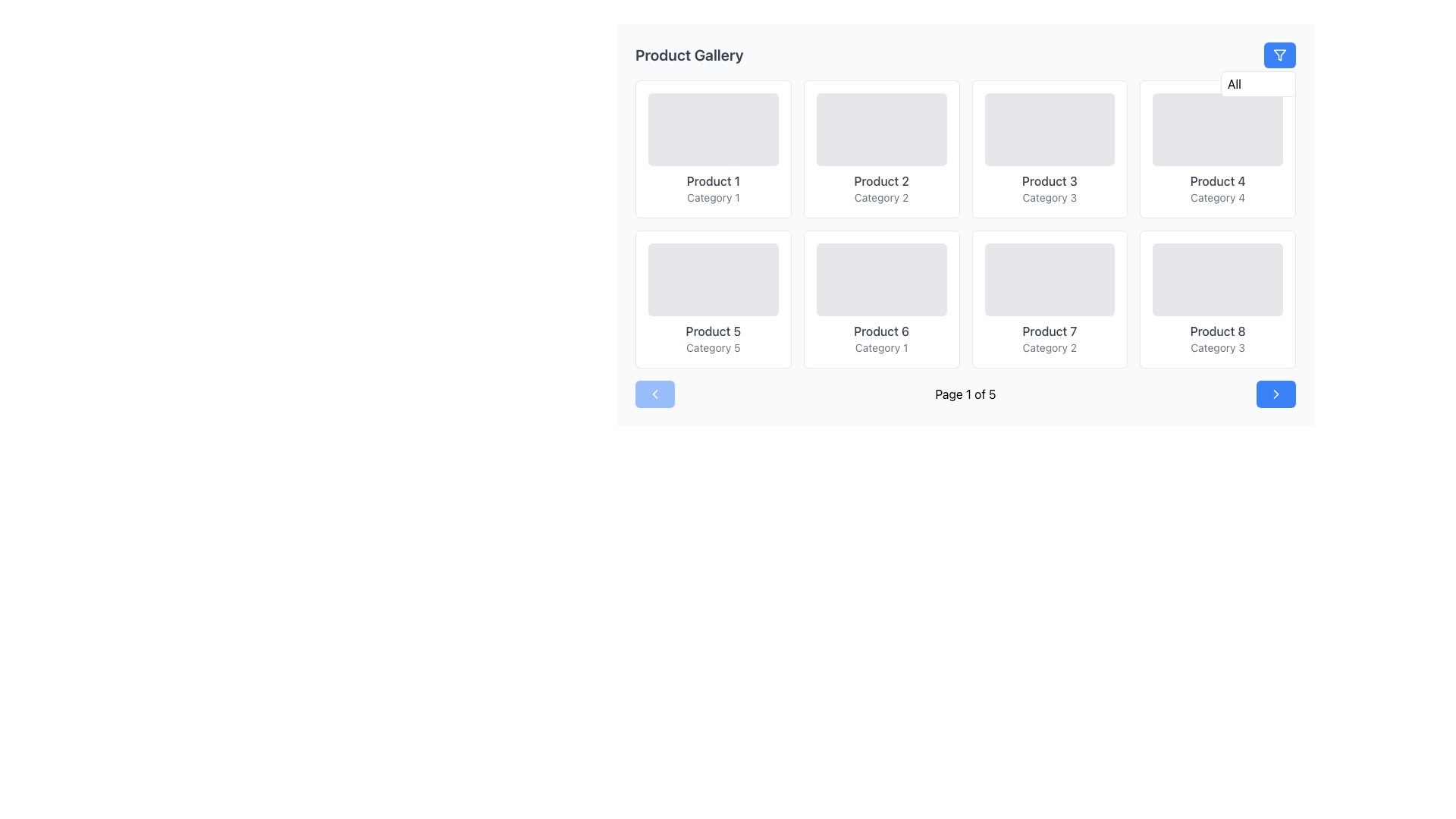  Describe the element at coordinates (1218, 330) in the screenshot. I see `the text label 'Product 8' in the bottom-right card of the product grid, which is displayed in gray color and positioned between an image placeholder and the category descriptor` at that location.